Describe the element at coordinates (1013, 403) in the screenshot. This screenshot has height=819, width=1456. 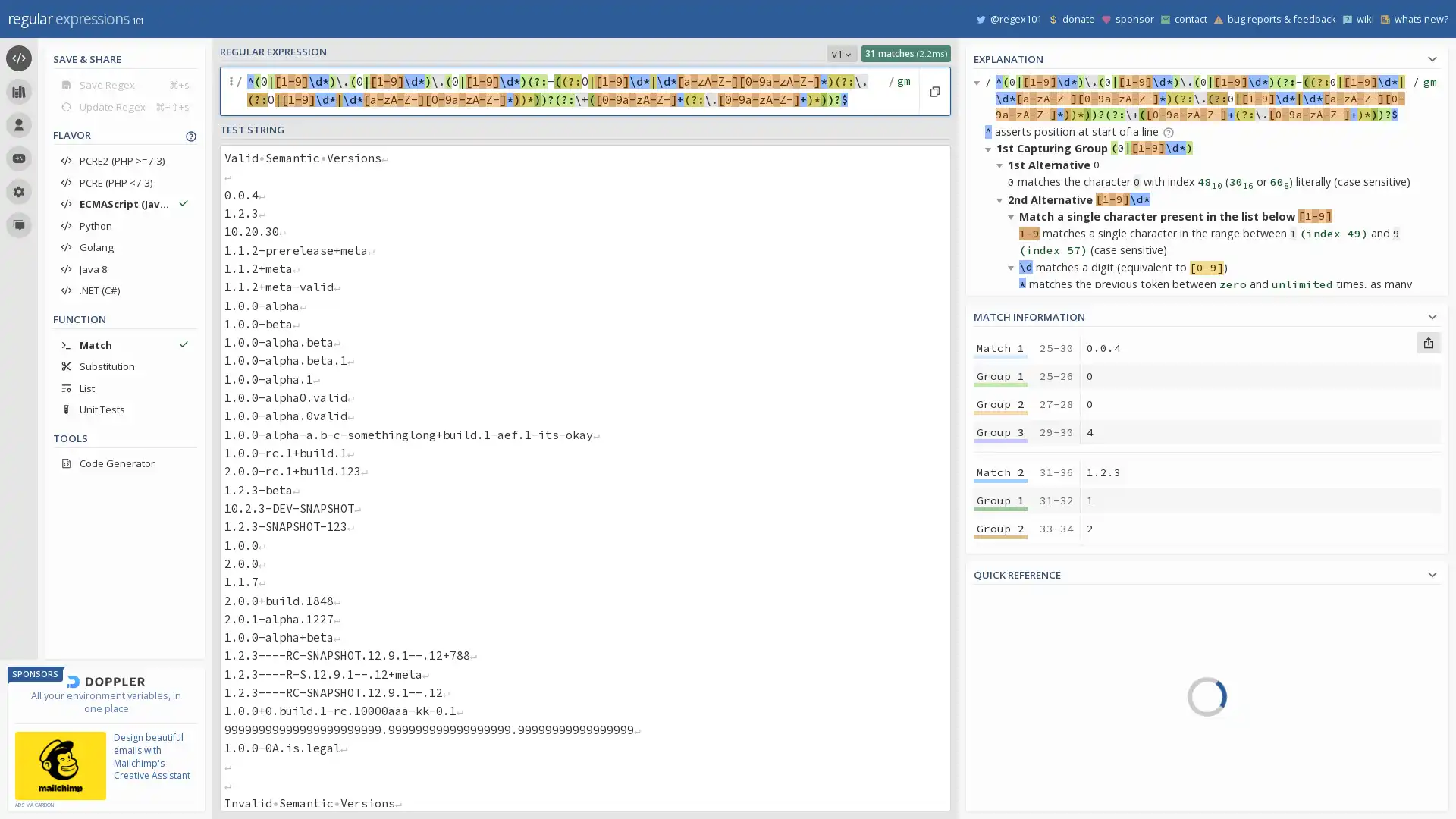
I see `Collapse Subtree` at that location.